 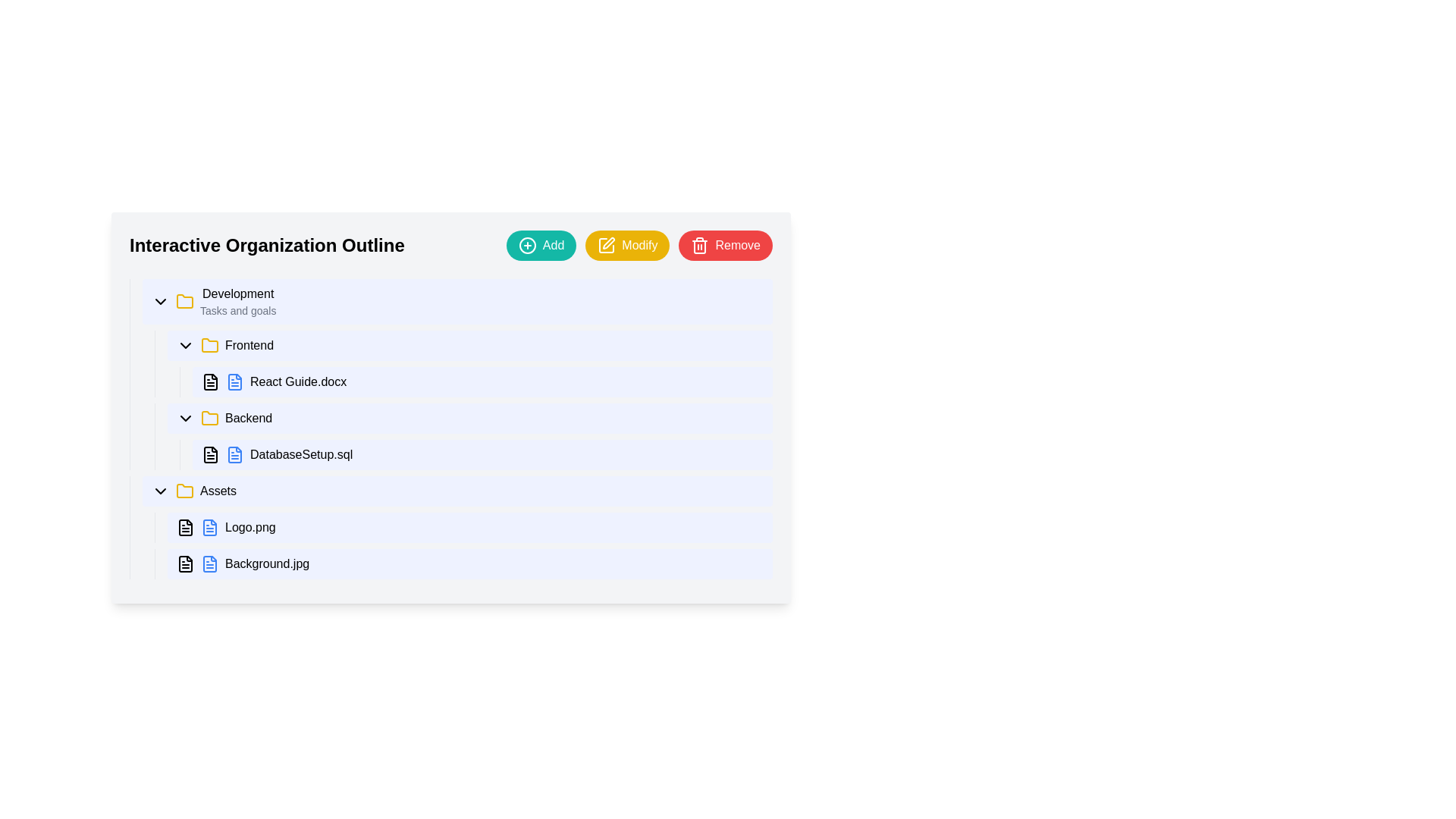 What do you see at coordinates (725, 245) in the screenshot?
I see `the red rounded button labeled 'Remove' located at the top-right corner of the interface` at bounding box center [725, 245].